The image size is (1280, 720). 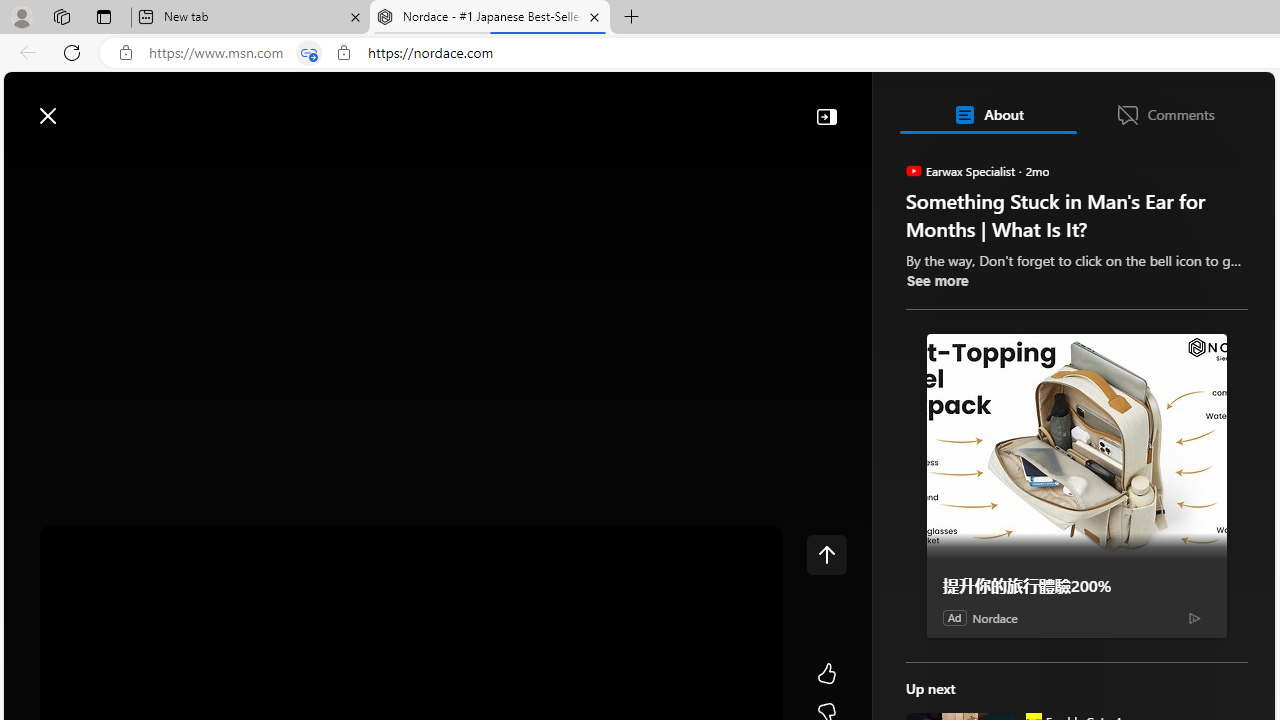 I want to click on 'Collapse', so click(x=826, y=115).